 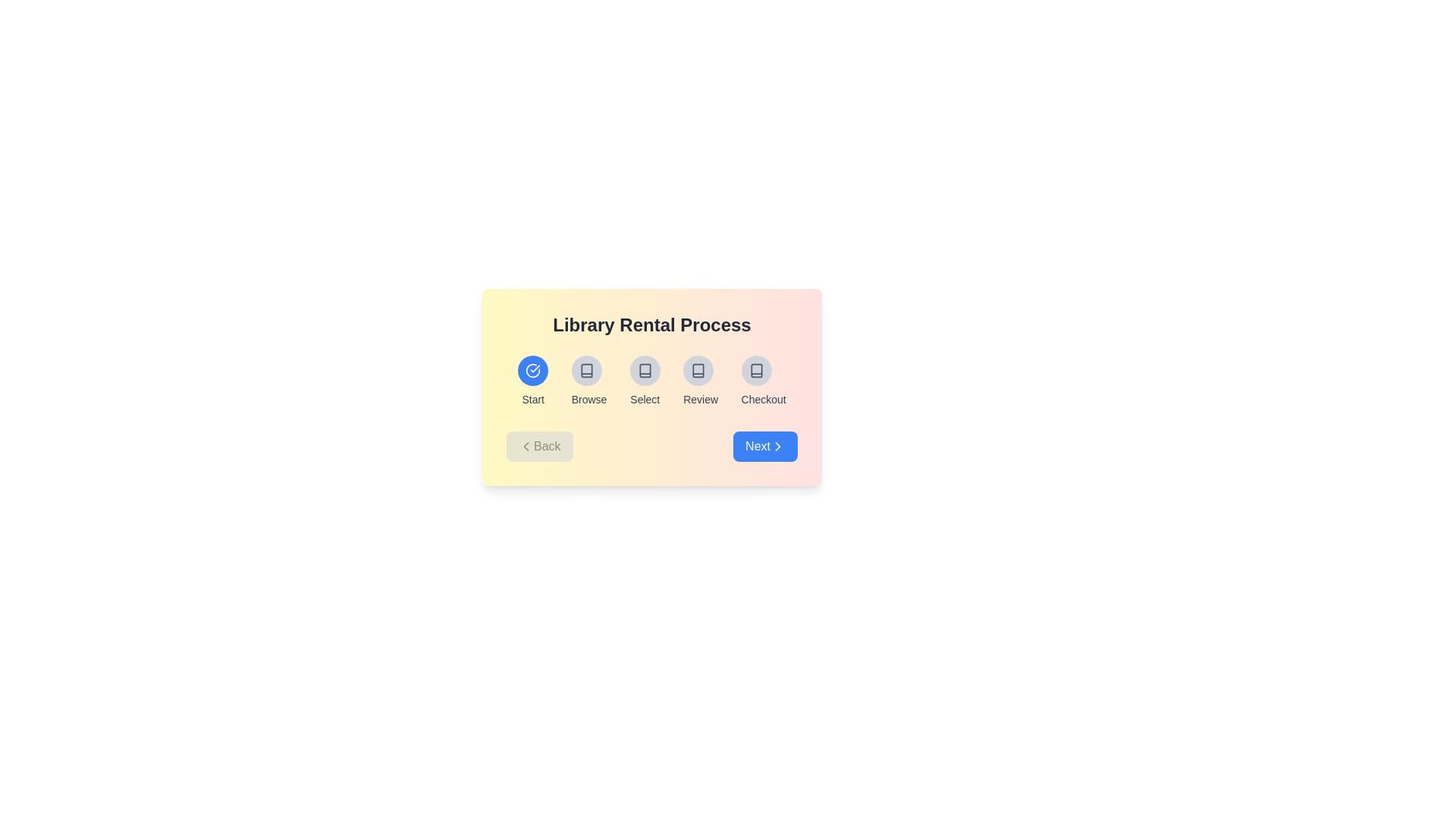 What do you see at coordinates (698, 371) in the screenshot?
I see `the icon representing the Review stage` at bounding box center [698, 371].